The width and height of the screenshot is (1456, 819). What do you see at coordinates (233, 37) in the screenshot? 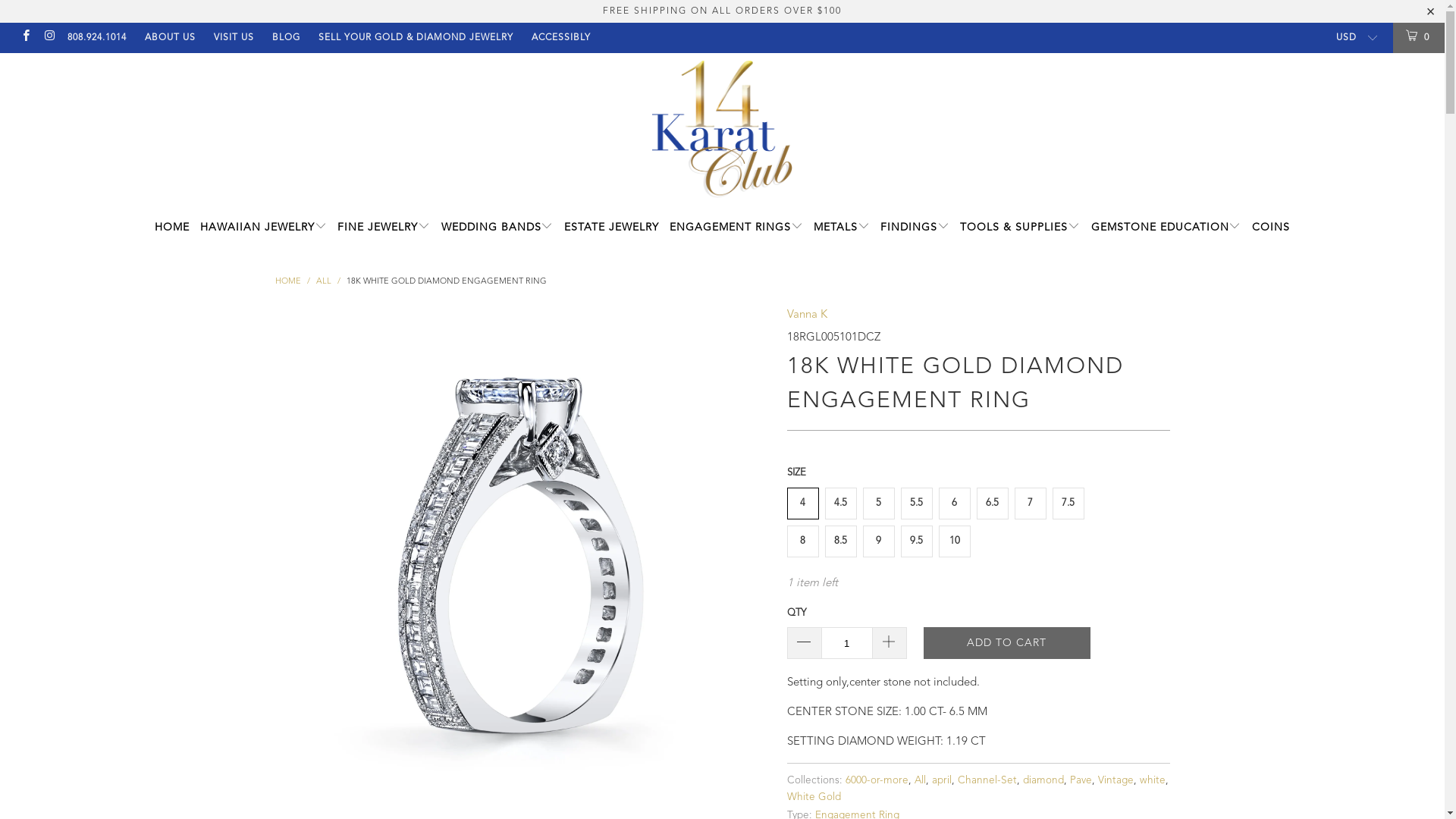
I see `'VISIT US'` at bounding box center [233, 37].